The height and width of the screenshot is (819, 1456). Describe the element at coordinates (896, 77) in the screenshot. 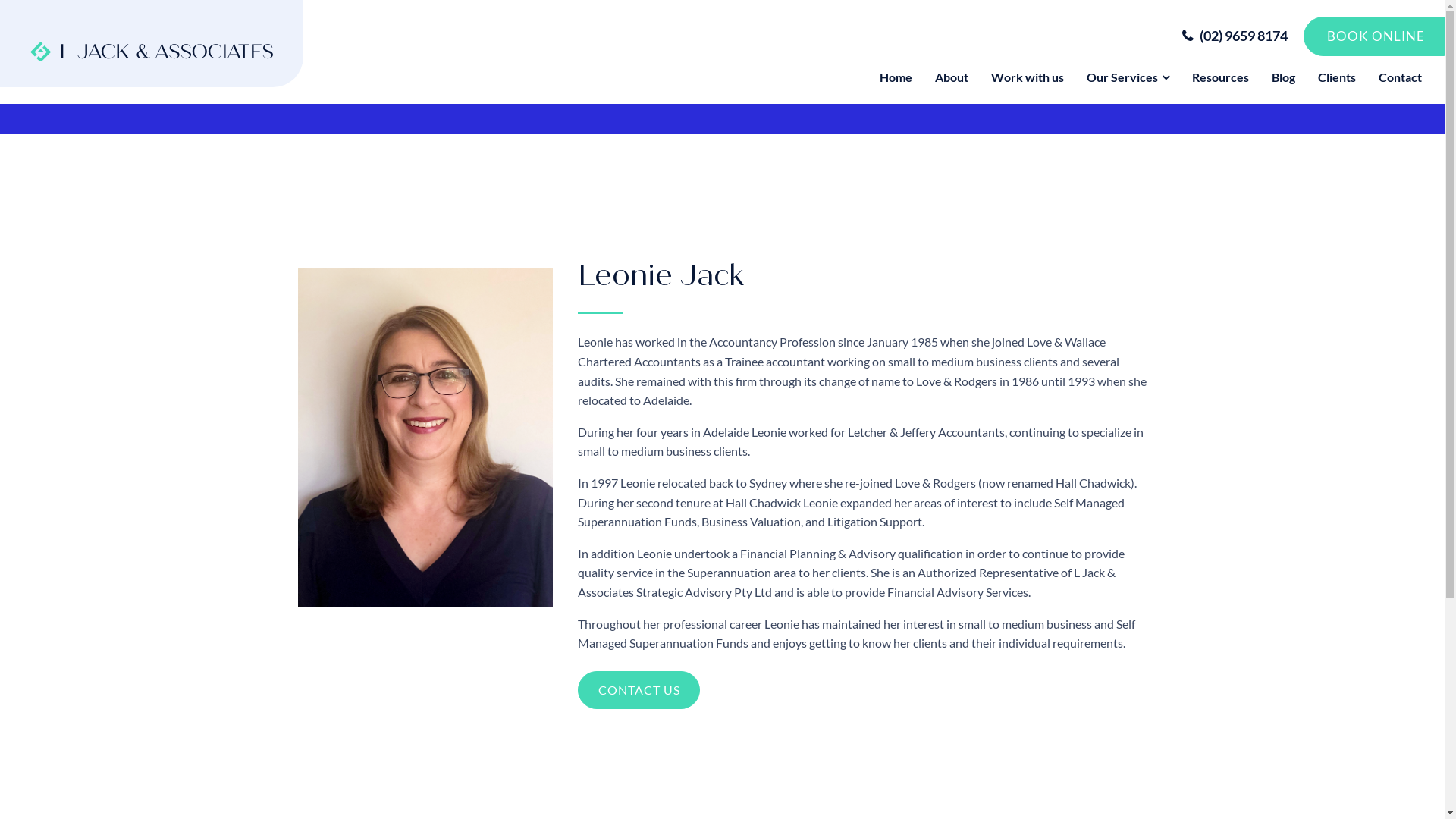

I see `'Home'` at that location.